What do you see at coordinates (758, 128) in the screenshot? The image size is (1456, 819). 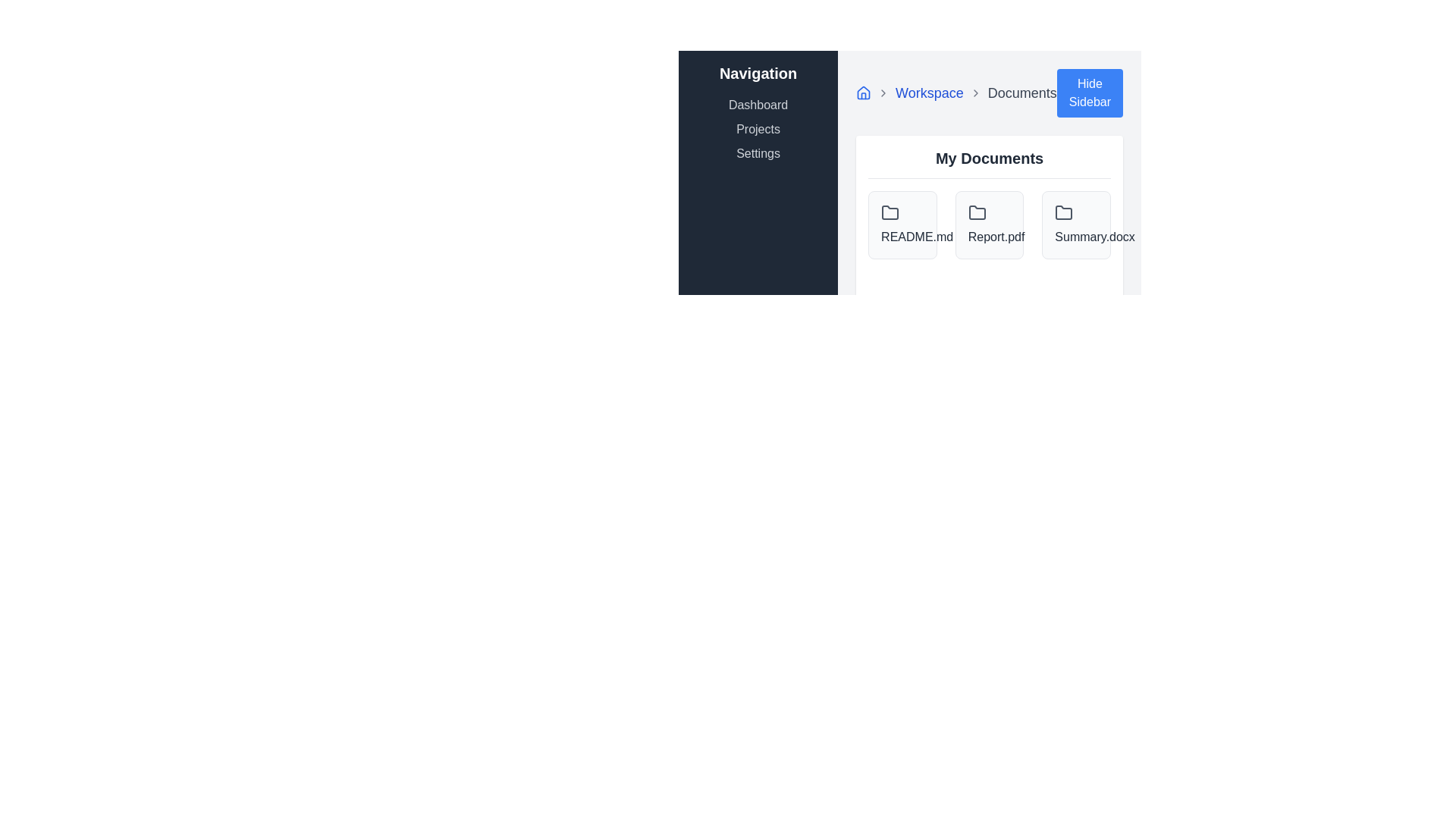 I see `the 'Projects' text label in the vertical navigation menu, which is the second item between 'Dashboard' and 'Settings'` at bounding box center [758, 128].